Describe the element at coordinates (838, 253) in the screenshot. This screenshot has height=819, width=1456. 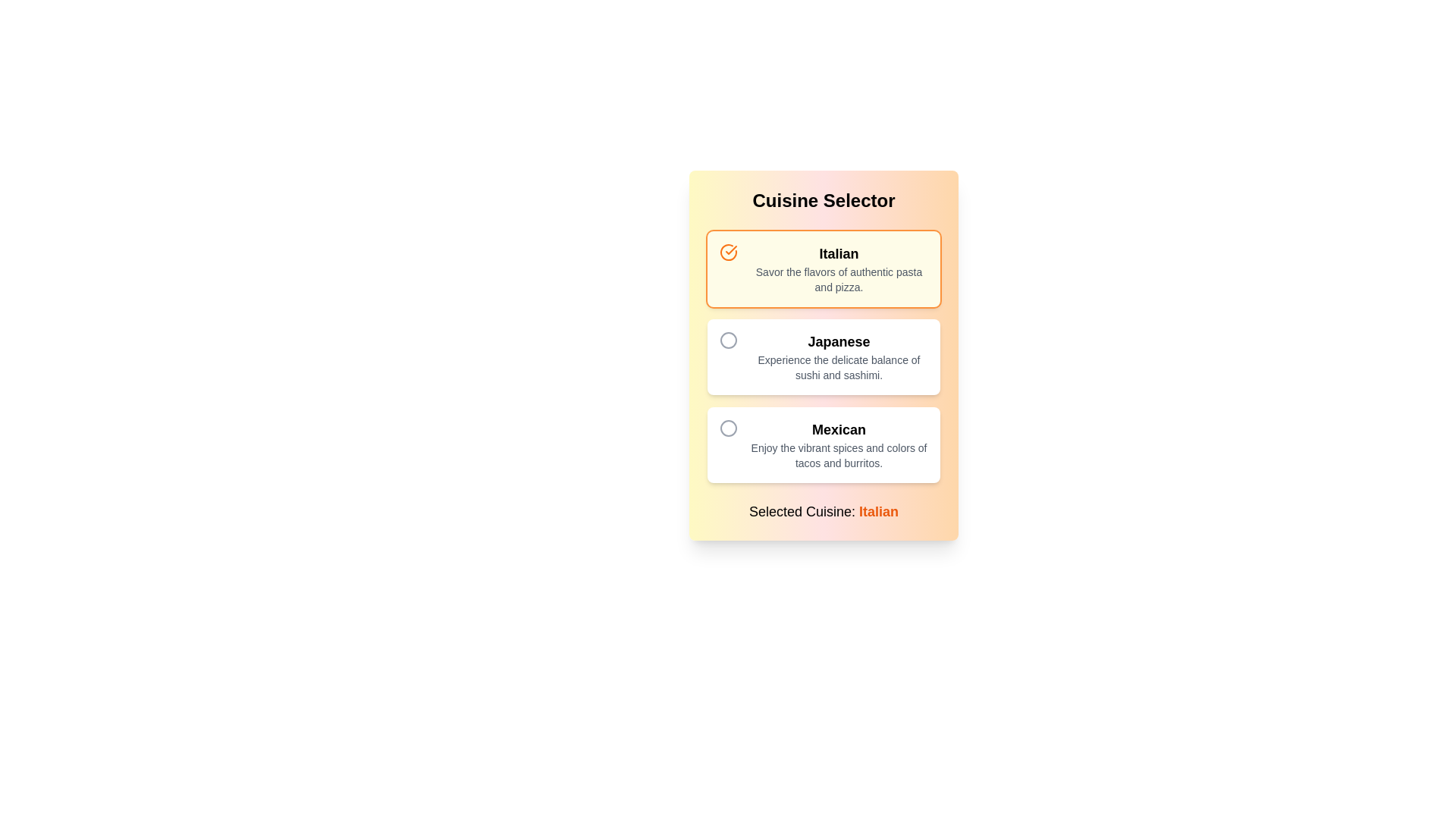
I see `text label that serves as the title for the 'Italian' cuisine option in the Cuisine Selector card, located at the top-left corner of the options panel` at that location.